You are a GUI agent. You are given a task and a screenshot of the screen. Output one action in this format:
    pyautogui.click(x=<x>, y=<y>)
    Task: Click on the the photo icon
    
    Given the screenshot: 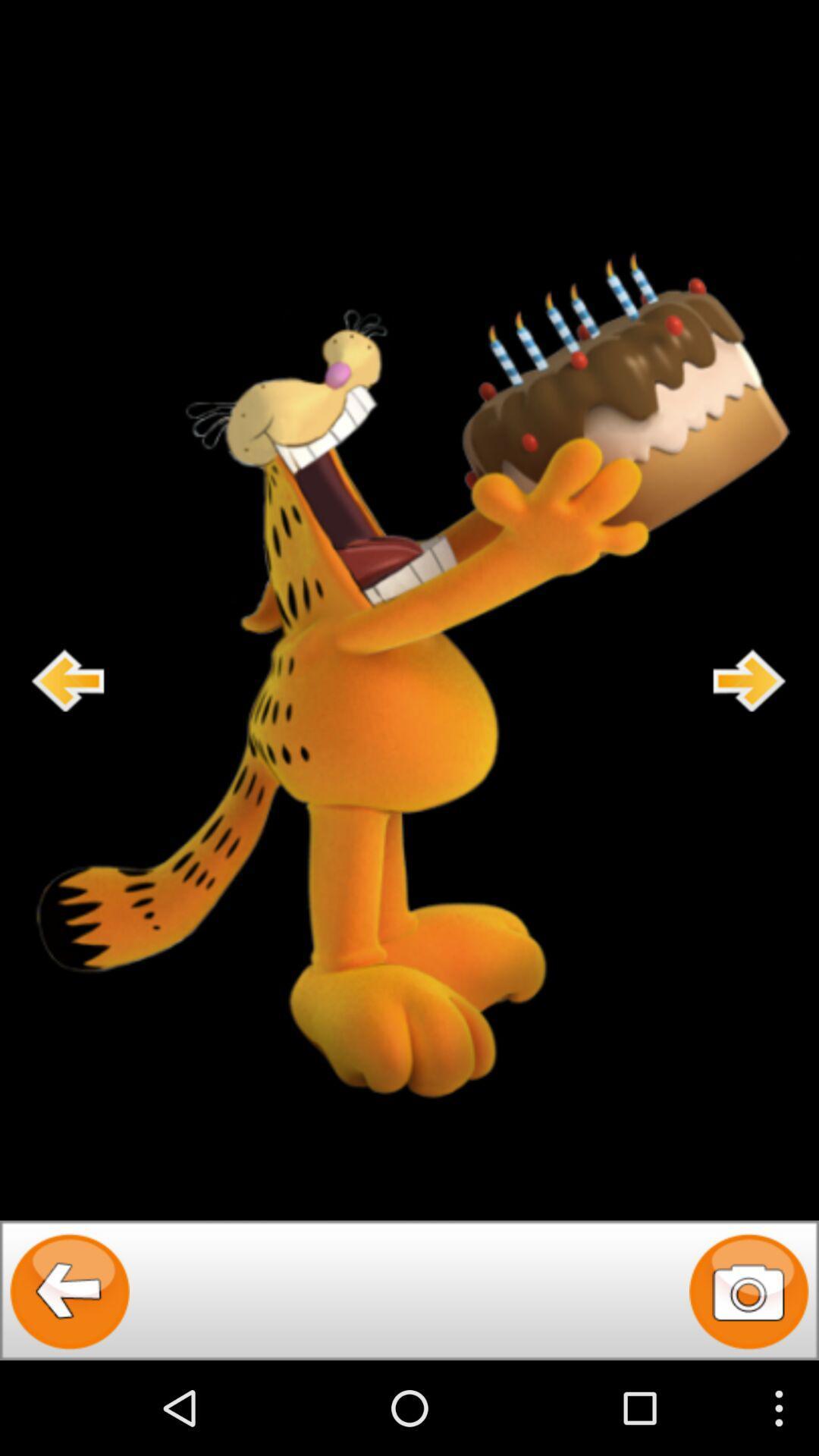 What is the action you would take?
    pyautogui.click(x=748, y=1381)
    